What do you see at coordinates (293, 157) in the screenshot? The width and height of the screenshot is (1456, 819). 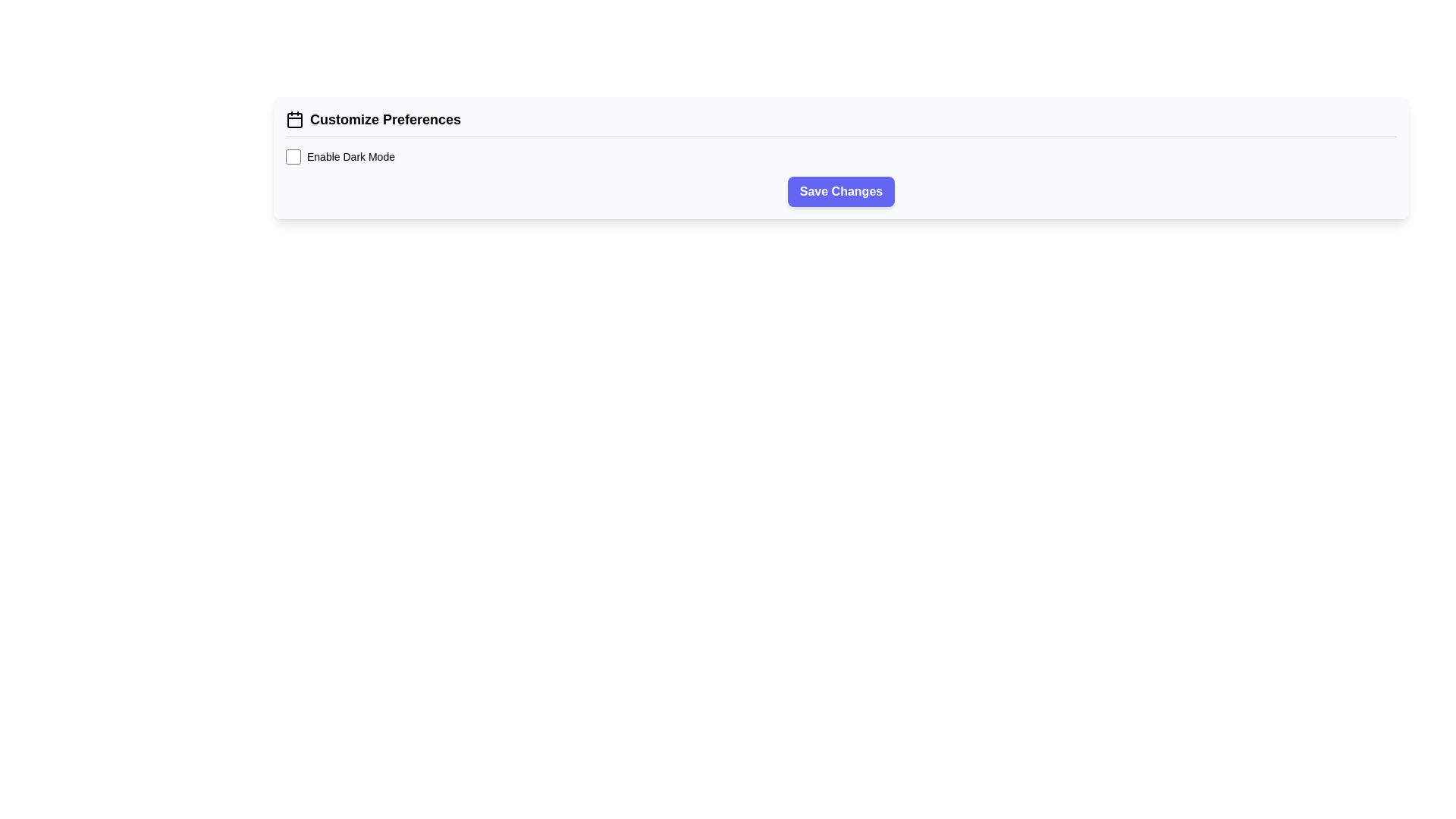 I see `the indigo checkbox labeled 'Enable Dark Mode'` at bounding box center [293, 157].